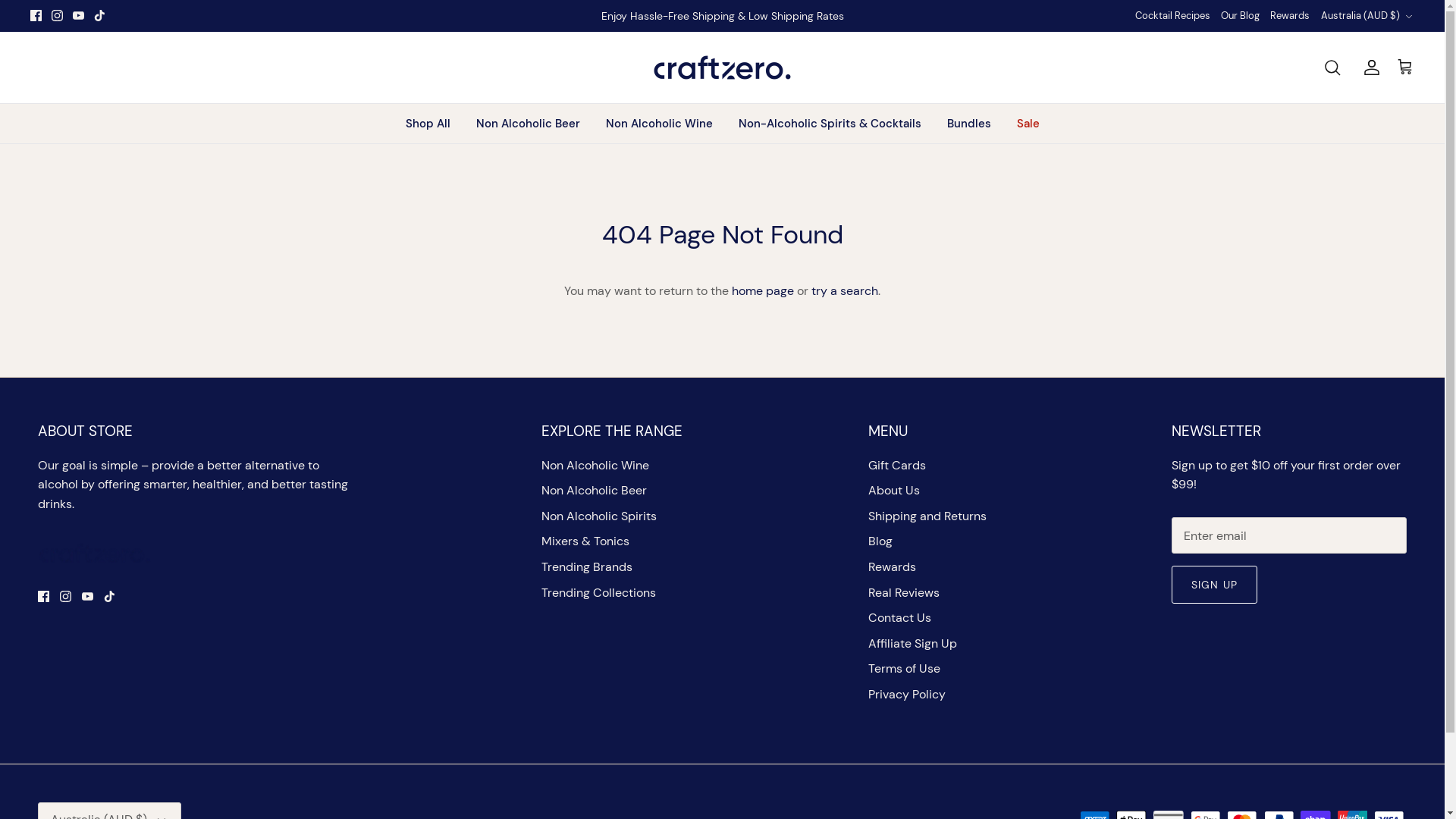 The width and height of the screenshot is (1456, 819). Describe the element at coordinates (894, 490) in the screenshot. I see `'About Us'` at that location.